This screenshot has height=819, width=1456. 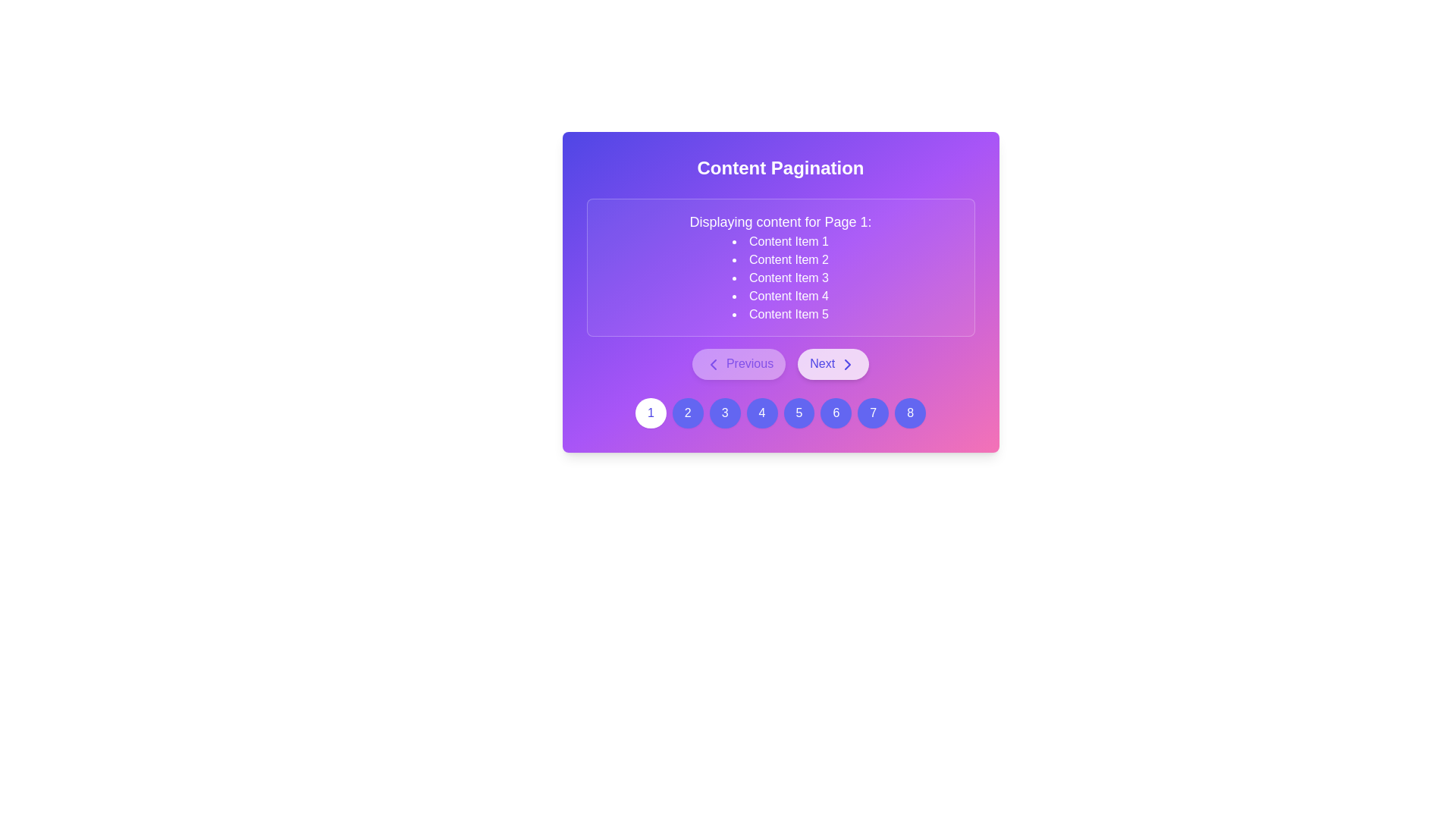 I want to click on the rightmost pagination button labeled '8' at the bottom center of the content card, so click(x=910, y=412).